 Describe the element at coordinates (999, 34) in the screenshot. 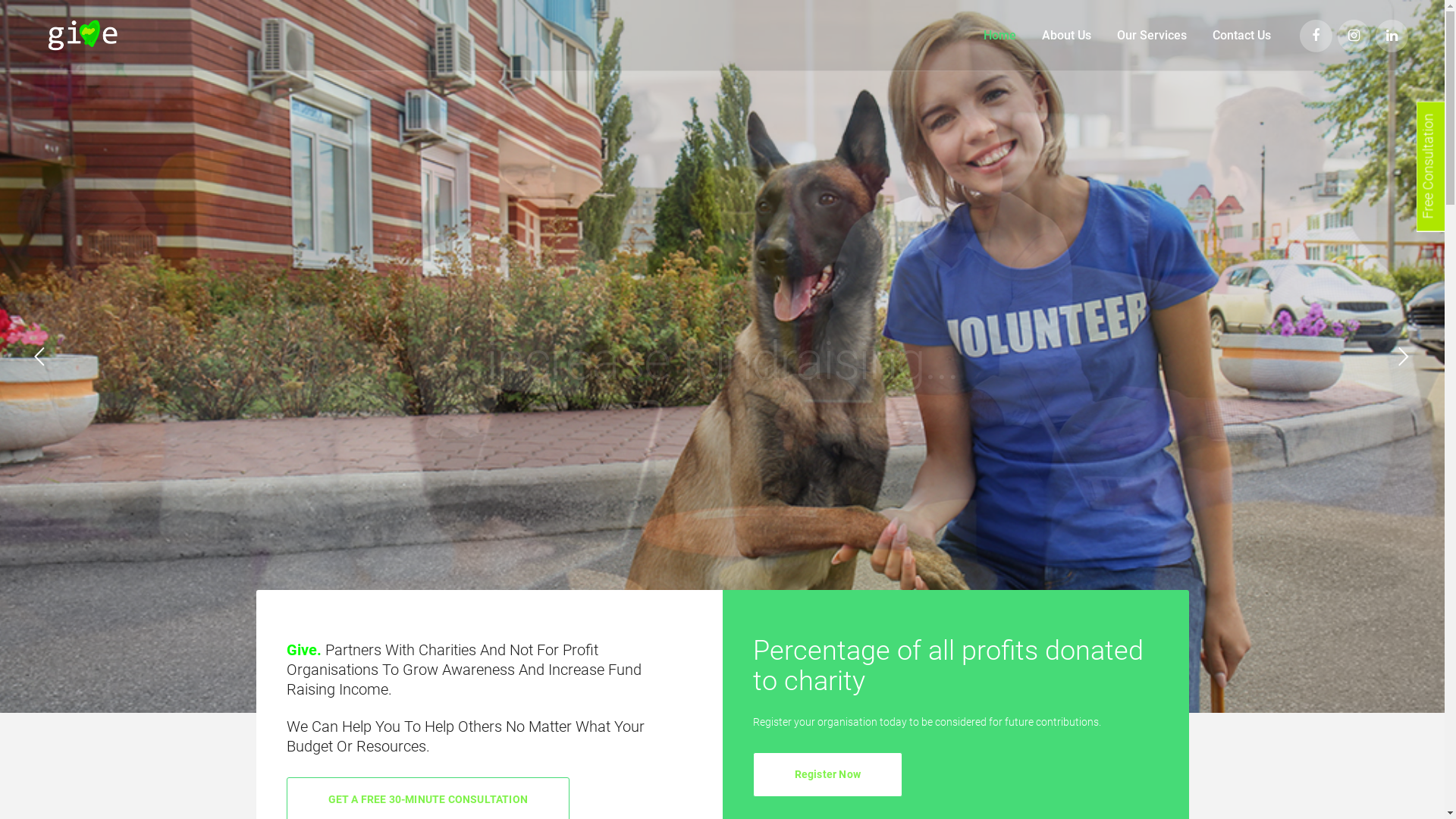

I see `'Home'` at that location.